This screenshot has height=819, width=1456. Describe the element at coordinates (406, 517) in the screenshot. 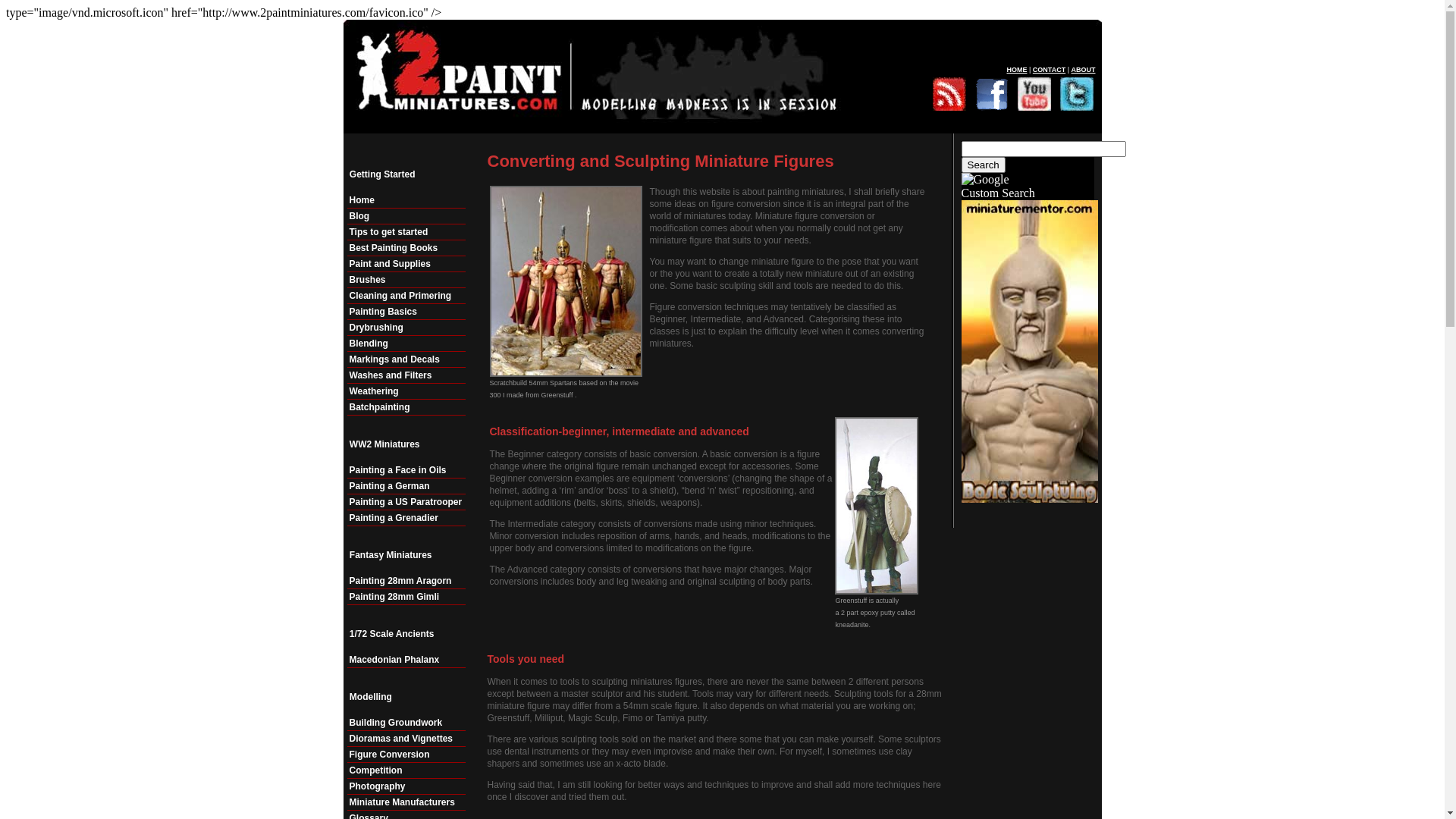

I see `'Painting a Grenadier'` at that location.